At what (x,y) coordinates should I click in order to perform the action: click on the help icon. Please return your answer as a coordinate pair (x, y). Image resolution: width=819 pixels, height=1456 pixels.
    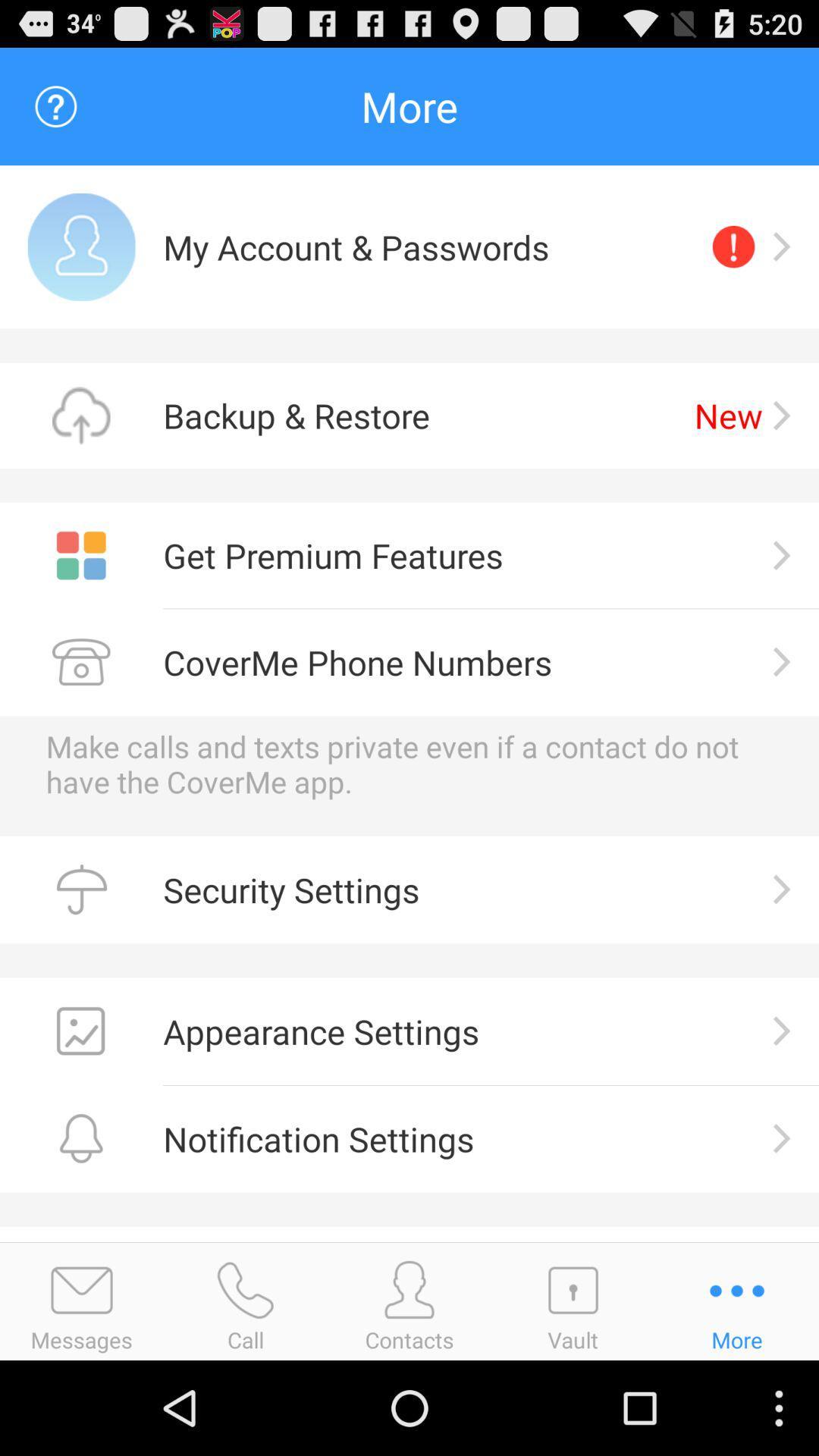
    Looking at the image, I should click on (55, 113).